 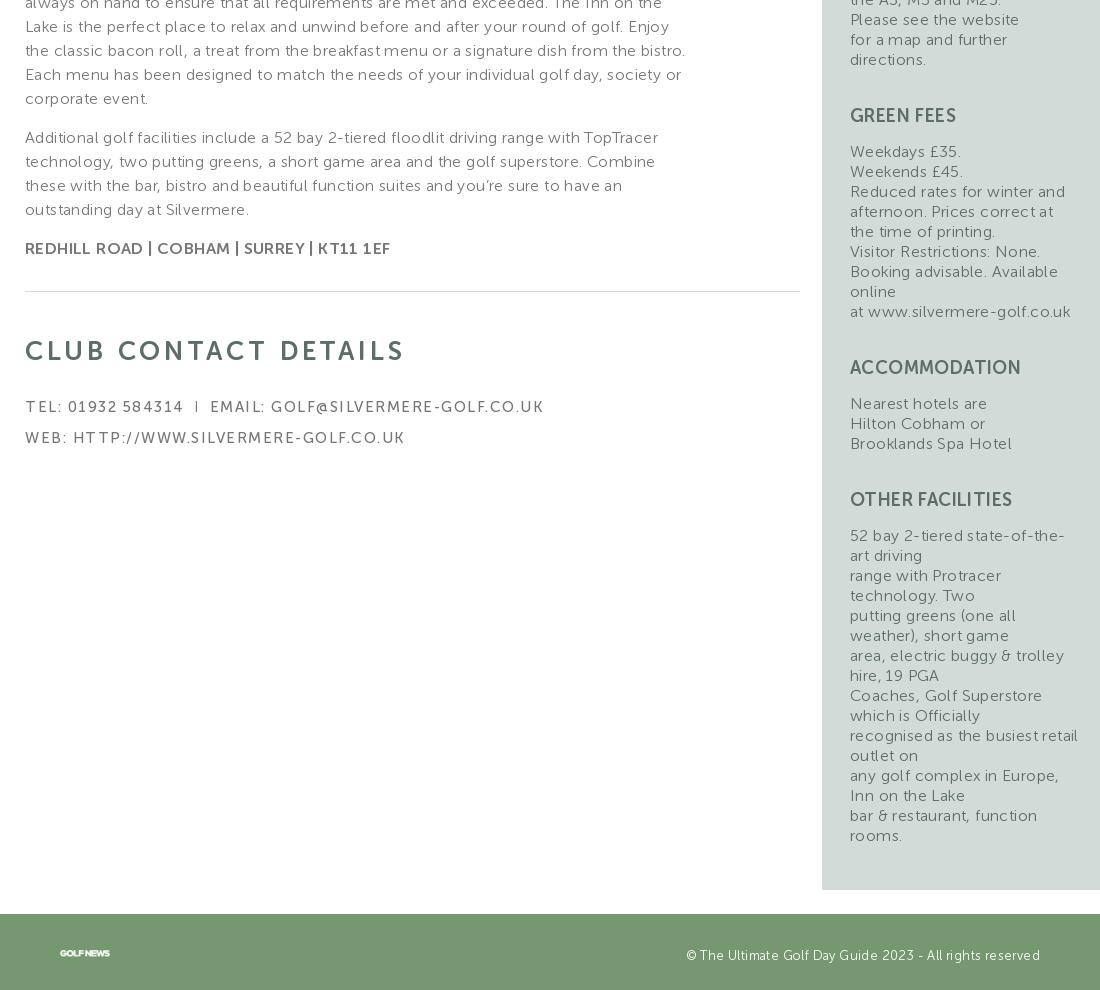 I want to click on 'All rights reserved', so click(x=982, y=955).